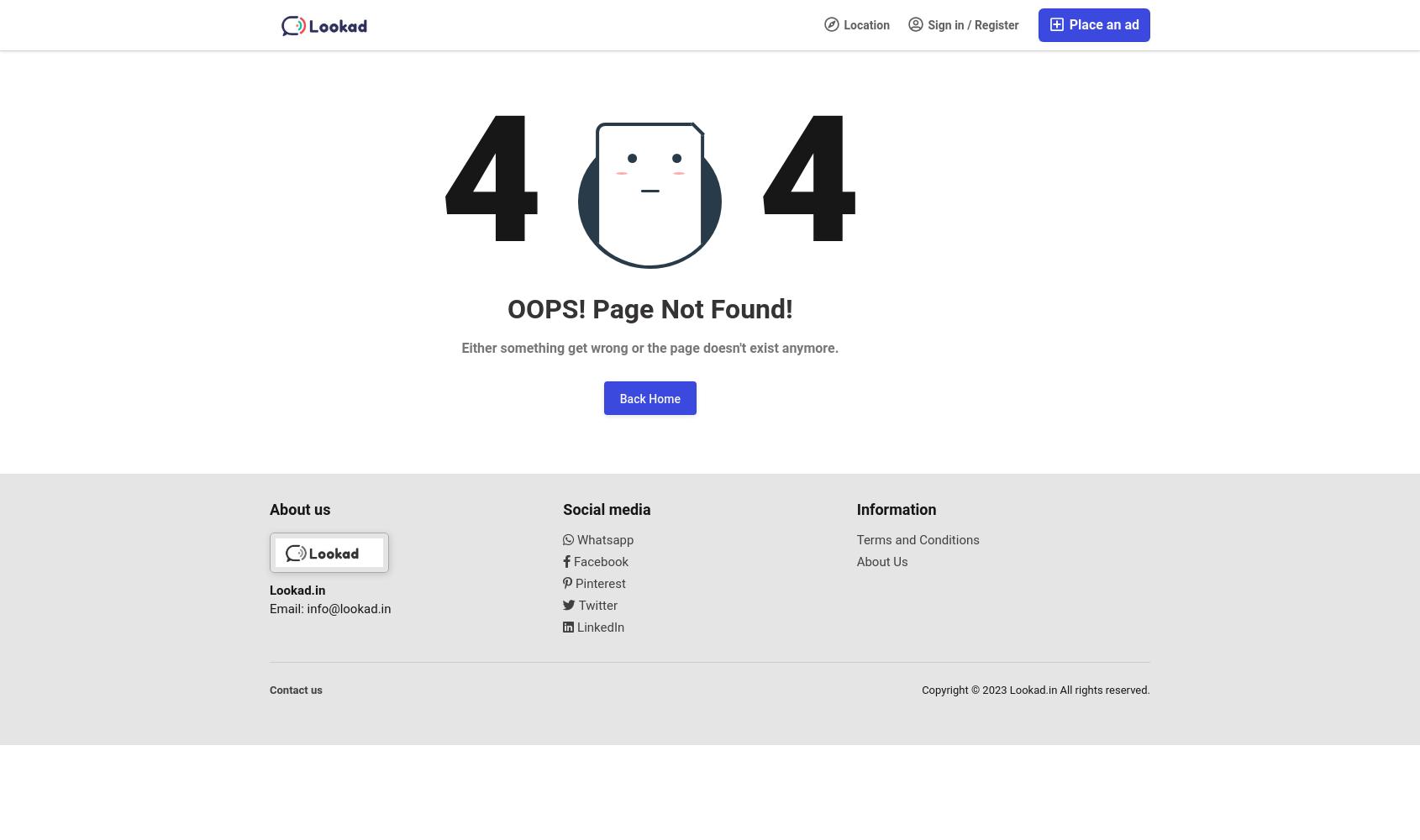 The image size is (1420, 840). I want to click on 'Copyright © 2023 Lookad.in All rights reserved.', so click(1035, 688).